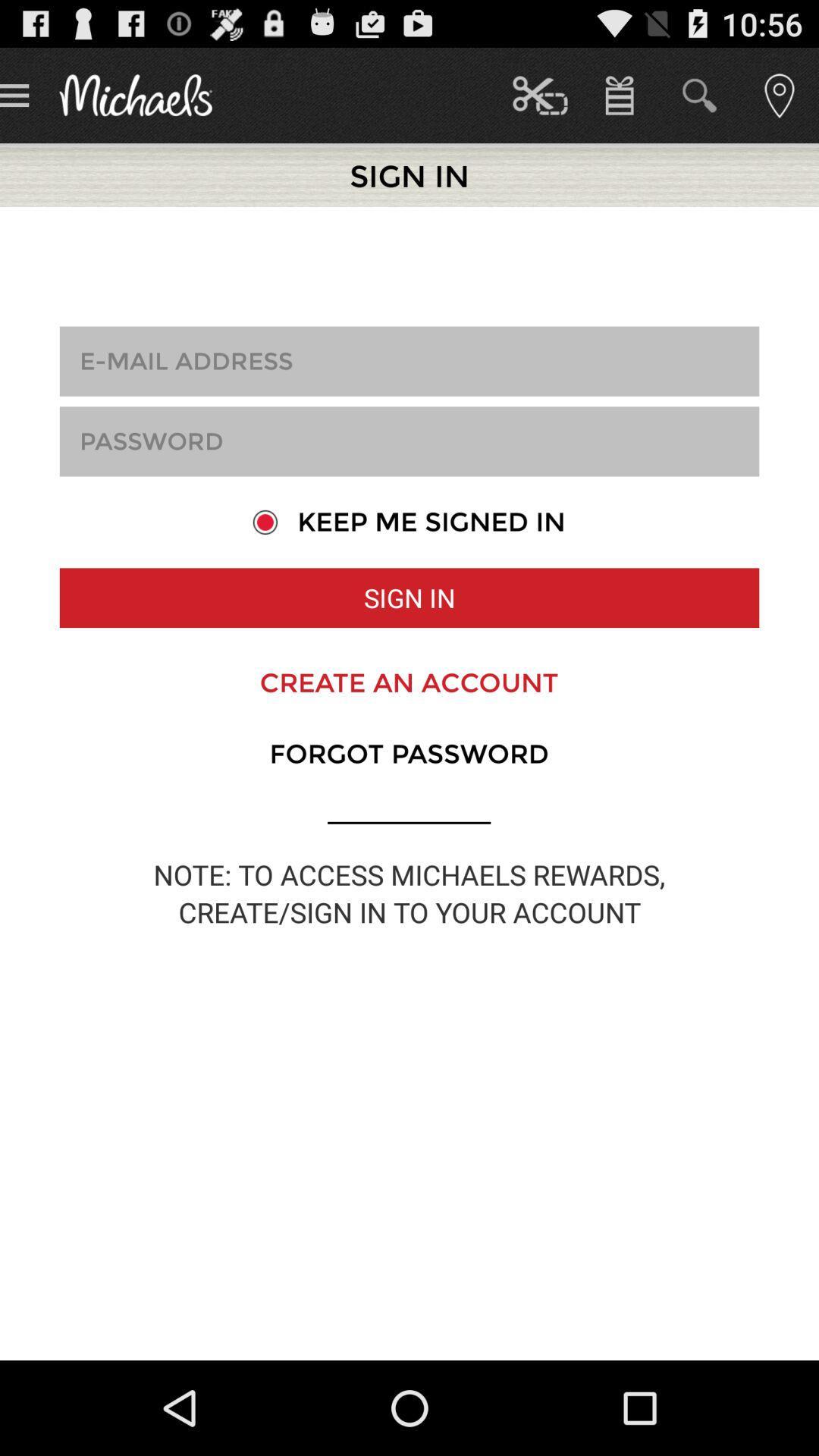 This screenshot has width=819, height=1456. What do you see at coordinates (408, 522) in the screenshot?
I see `the keep me signed item` at bounding box center [408, 522].